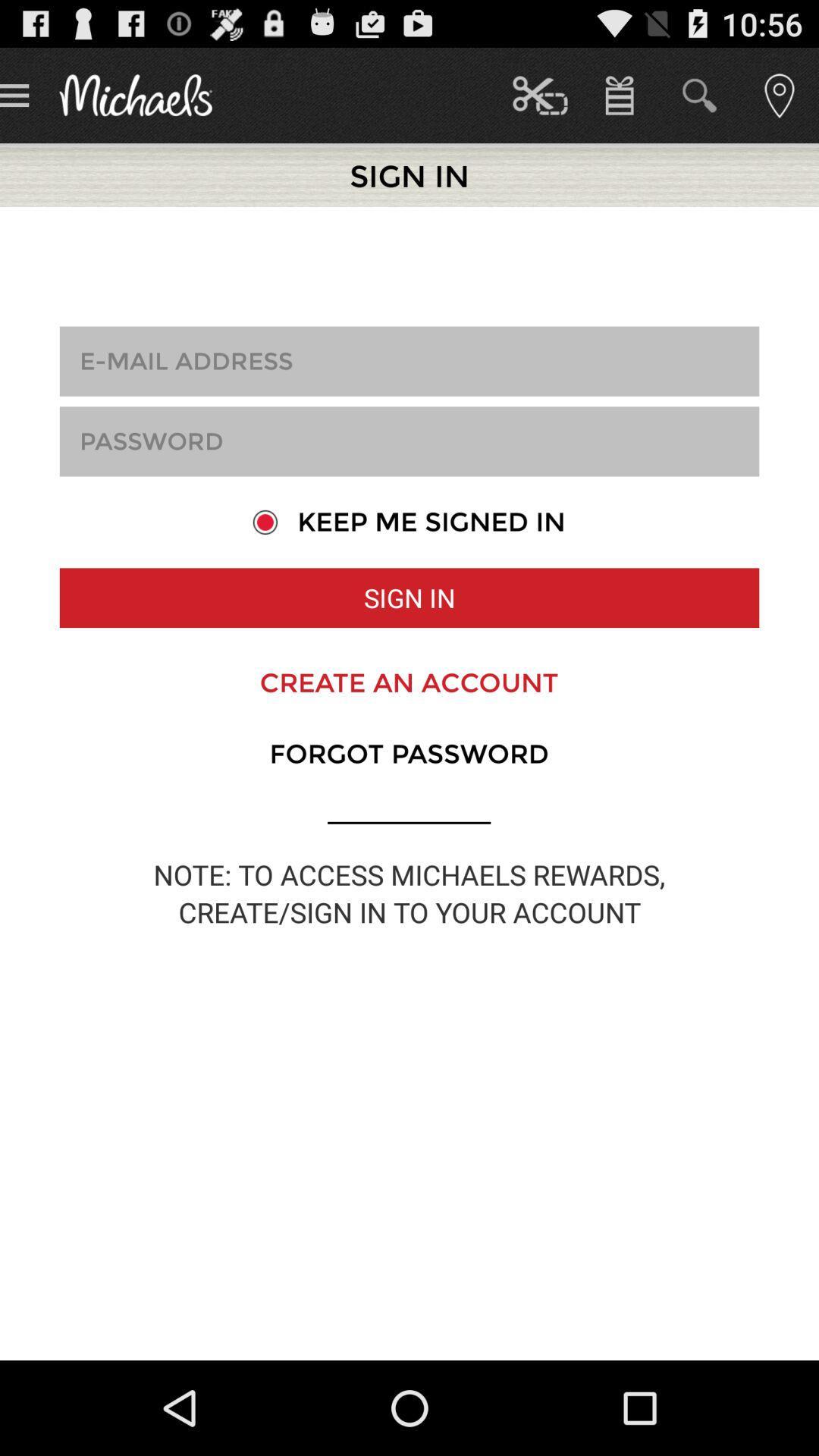 This screenshot has width=819, height=1456. What do you see at coordinates (408, 522) in the screenshot?
I see `the keep me signed item` at bounding box center [408, 522].